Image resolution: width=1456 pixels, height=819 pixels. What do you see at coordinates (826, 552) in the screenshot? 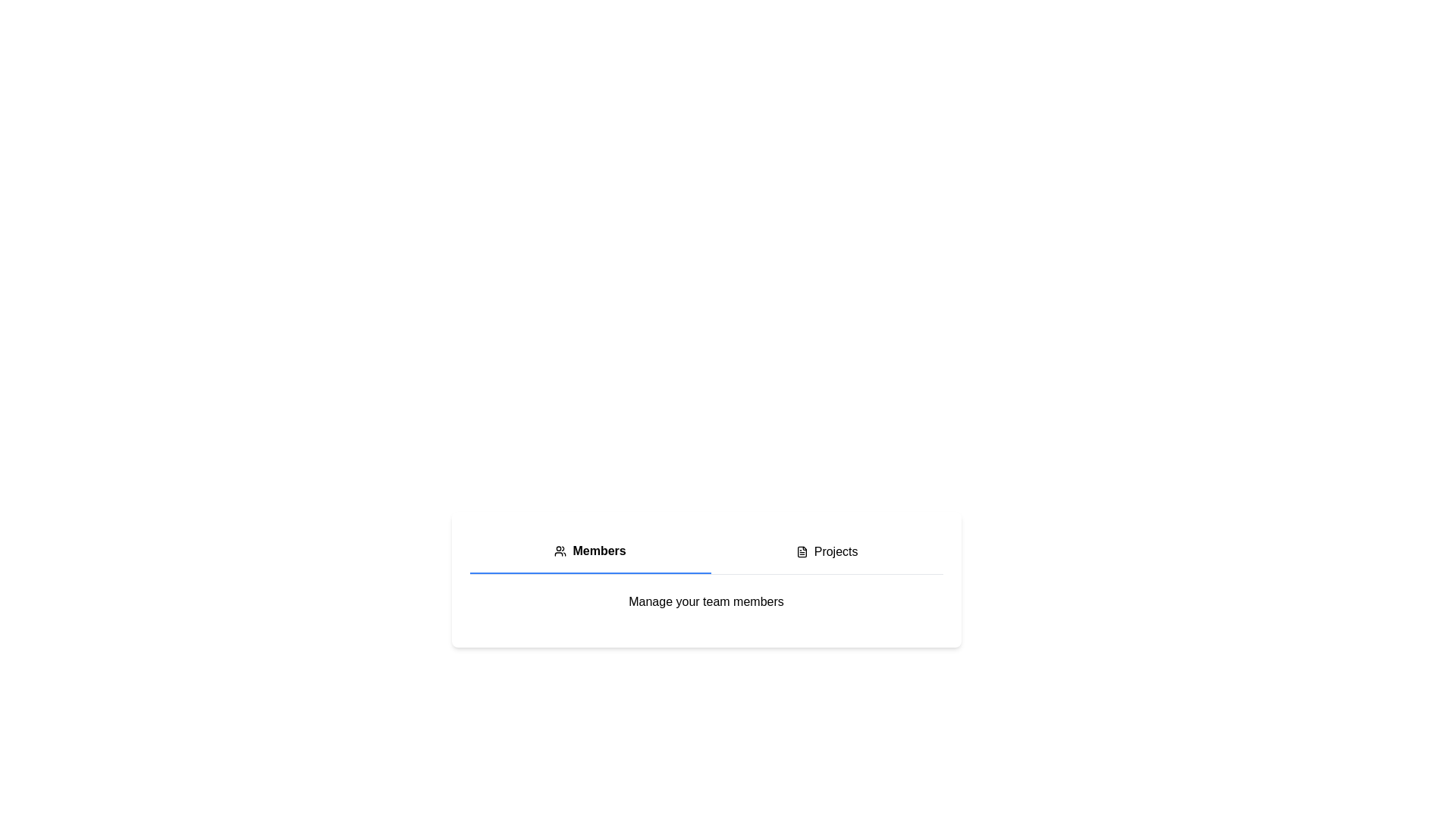
I see `the 'Projects' button, which is styled in bold text and accompanied by a document icon, located in the bottom-right section of the interface` at bounding box center [826, 552].